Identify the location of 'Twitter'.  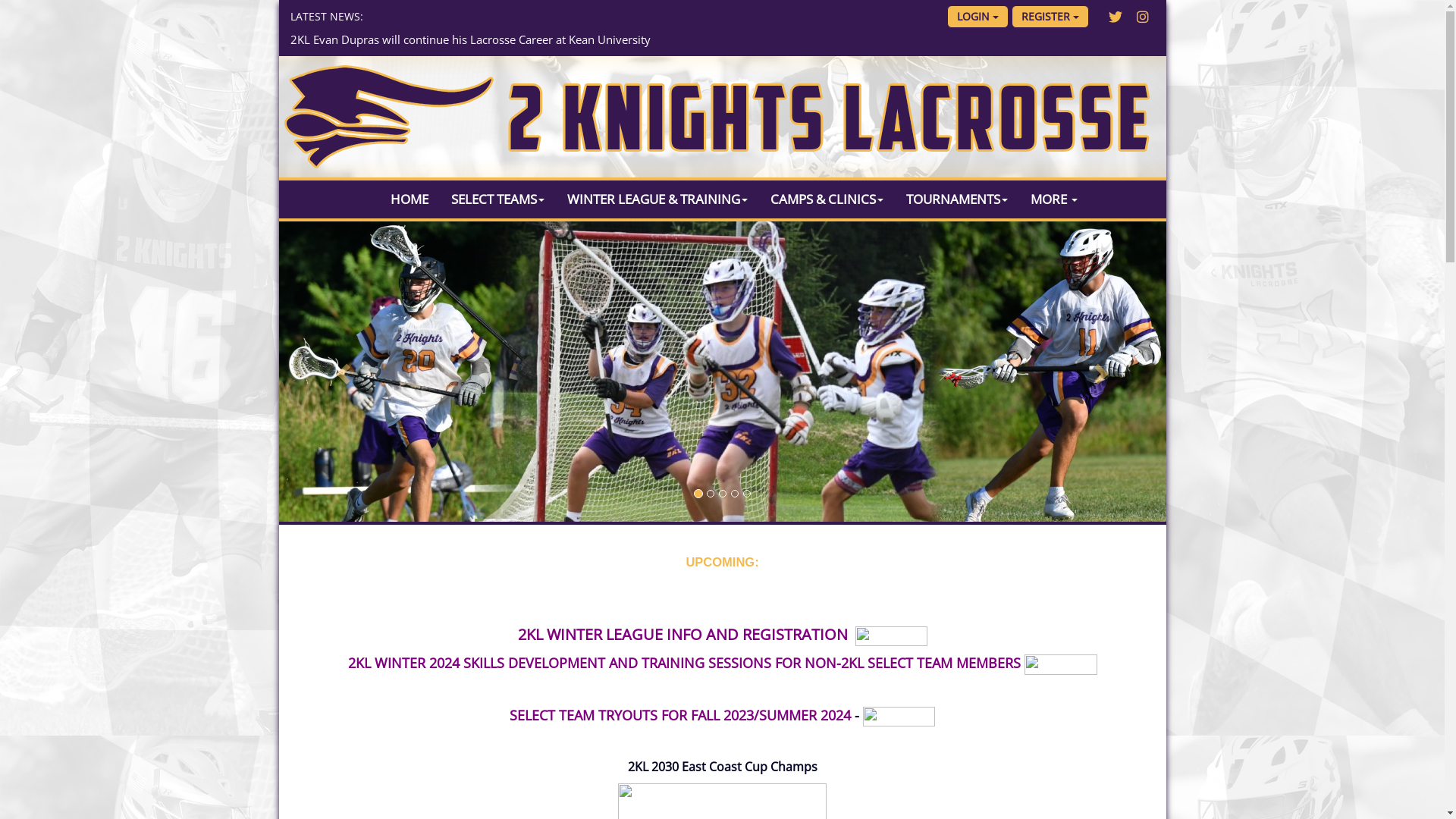
(1103, 17).